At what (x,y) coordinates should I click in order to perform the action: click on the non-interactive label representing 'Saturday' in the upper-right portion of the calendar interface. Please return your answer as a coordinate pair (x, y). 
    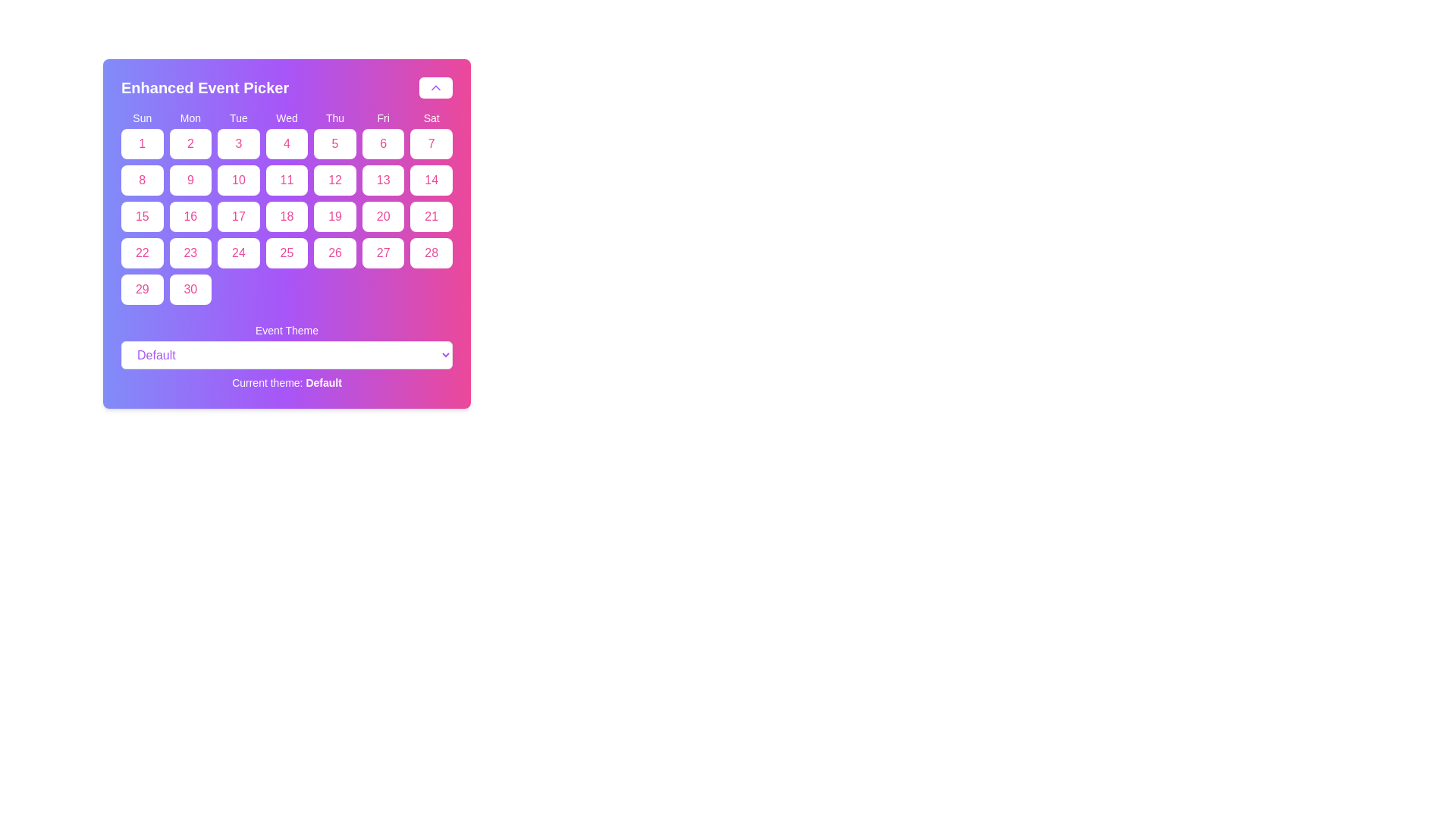
    Looking at the image, I should click on (431, 117).